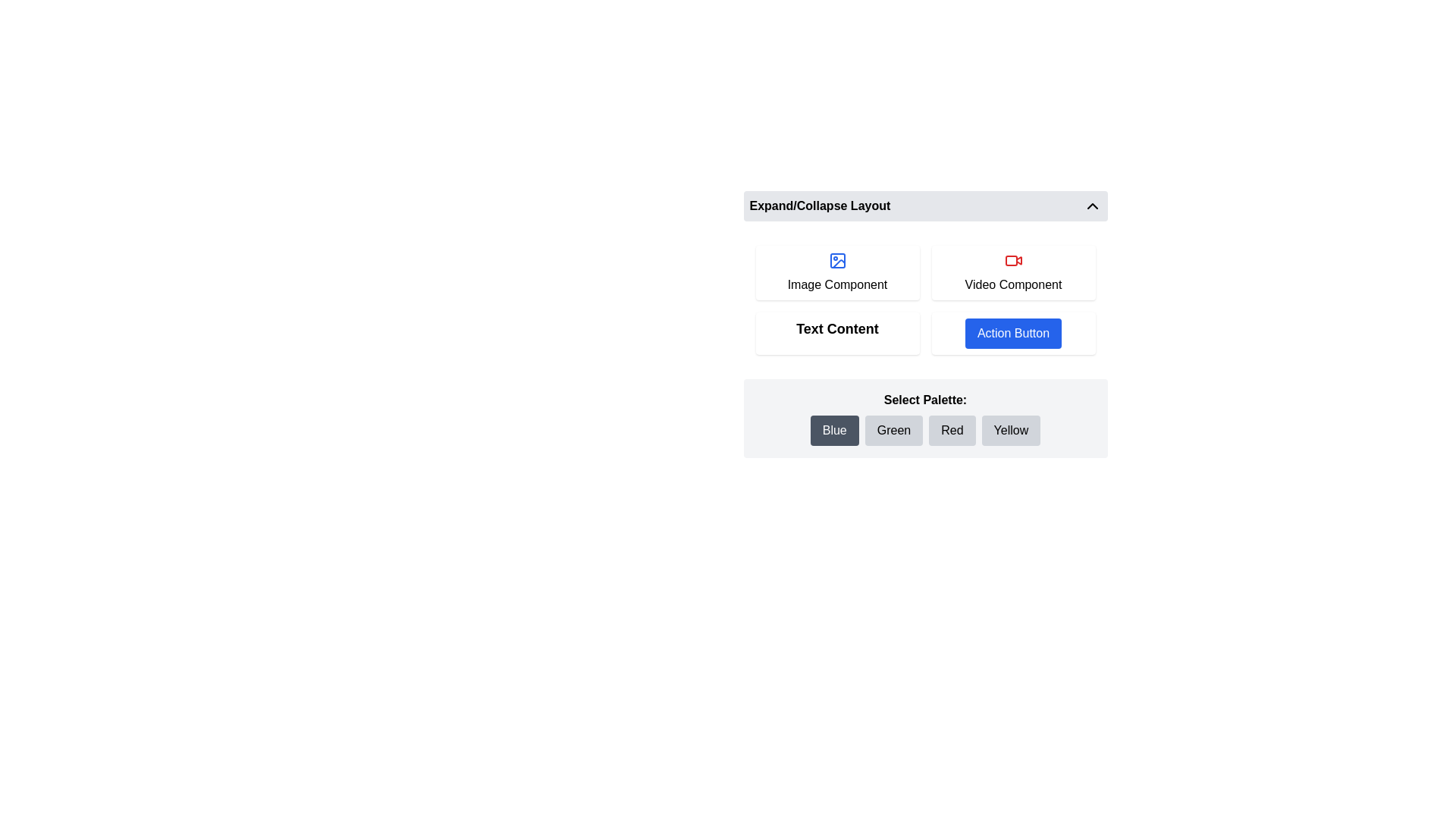 The width and height of the screenshot is (1456, 819). I want to click on the color selection button in the Color Selection Interface, so click(924, 418).